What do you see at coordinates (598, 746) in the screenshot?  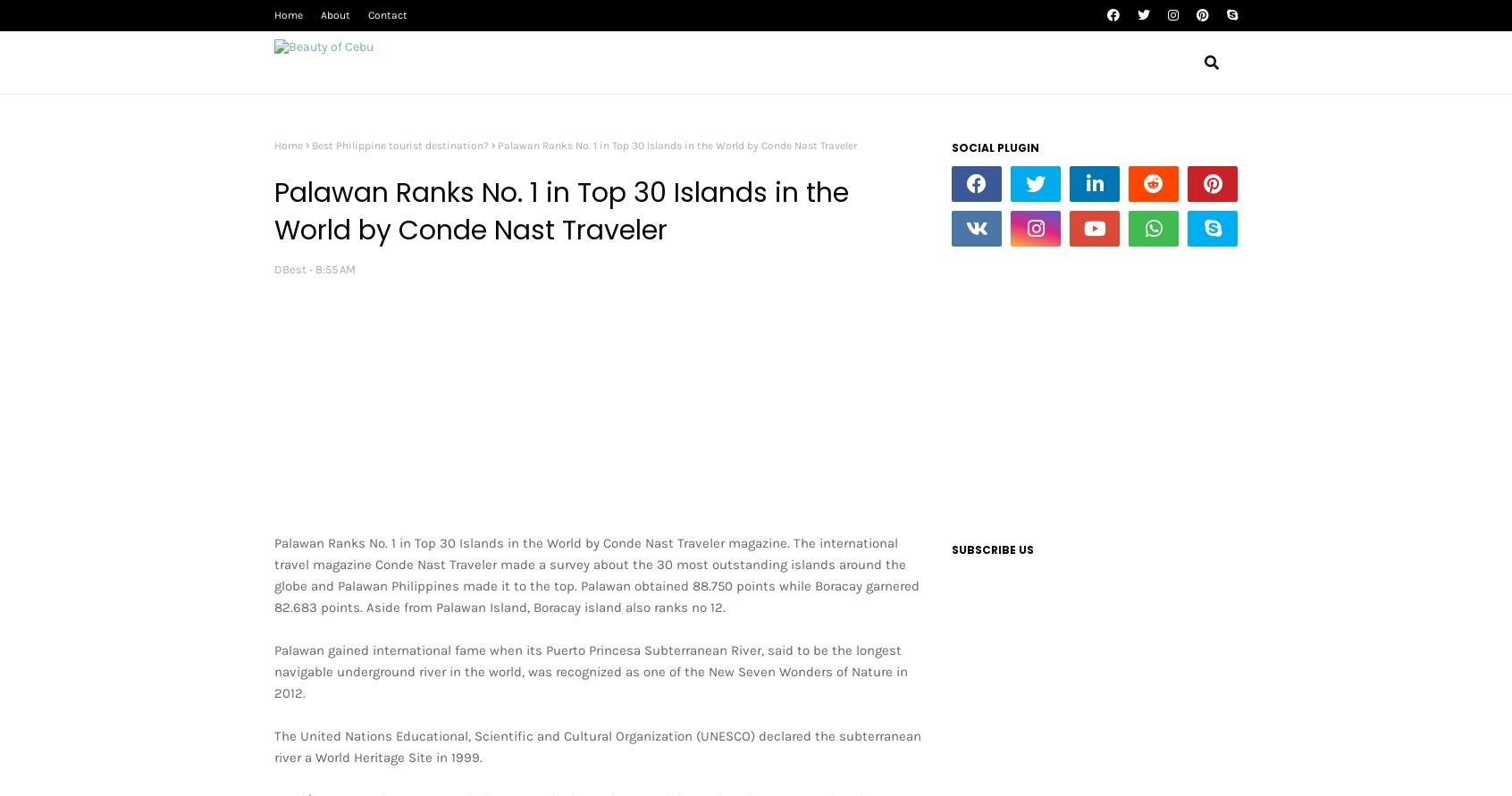 I see `'The United Nations Educational, Scientific and Cultural Organization (UNESCO) declared the subterranean river a World Heritage Site in 1999.'` at bounding box center [598, 746].